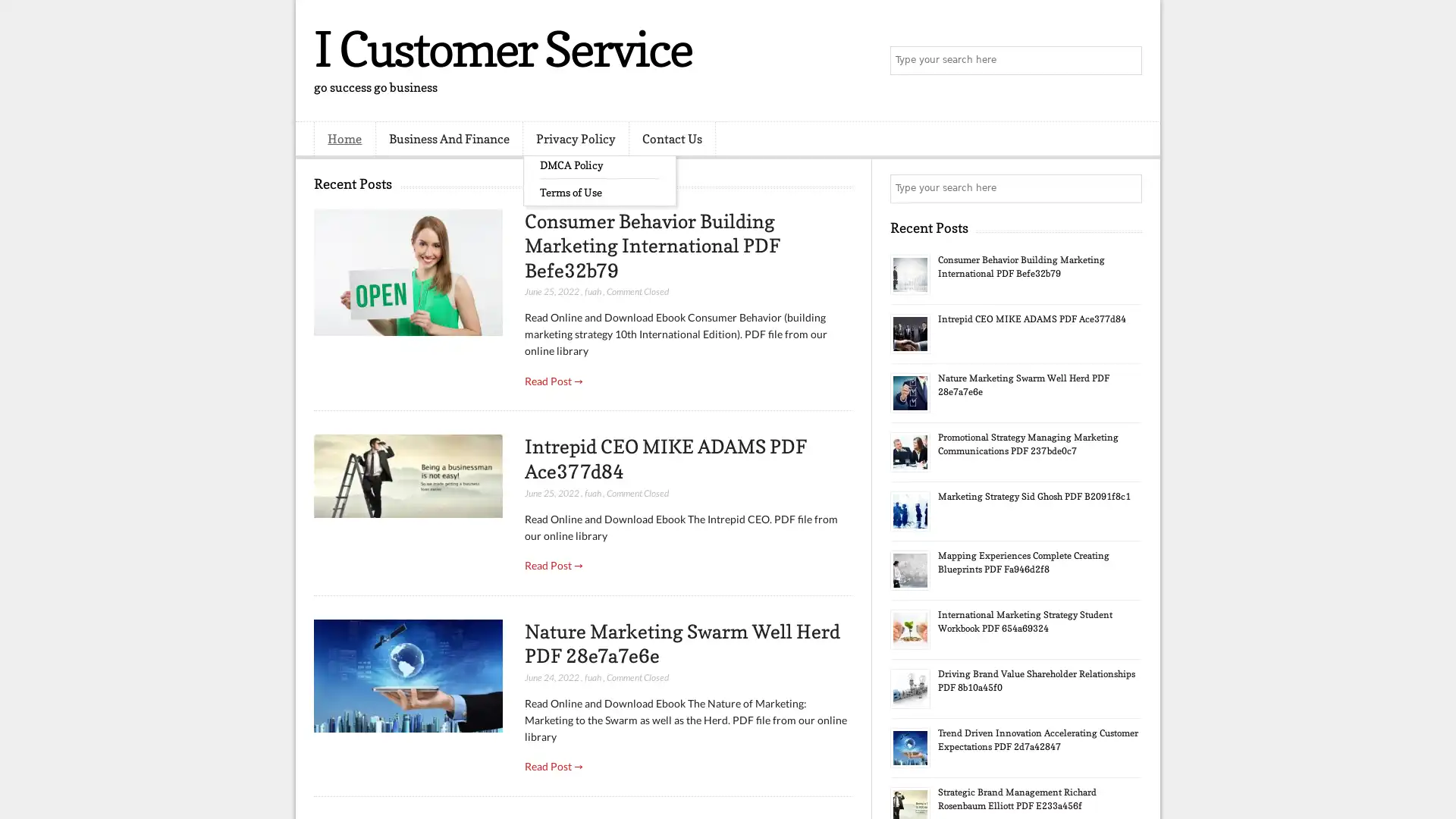 This screenshot has height=819, width=1456. Describe the element at coordinates (1126, 188) in the screenshot. I see `Search` at that location.